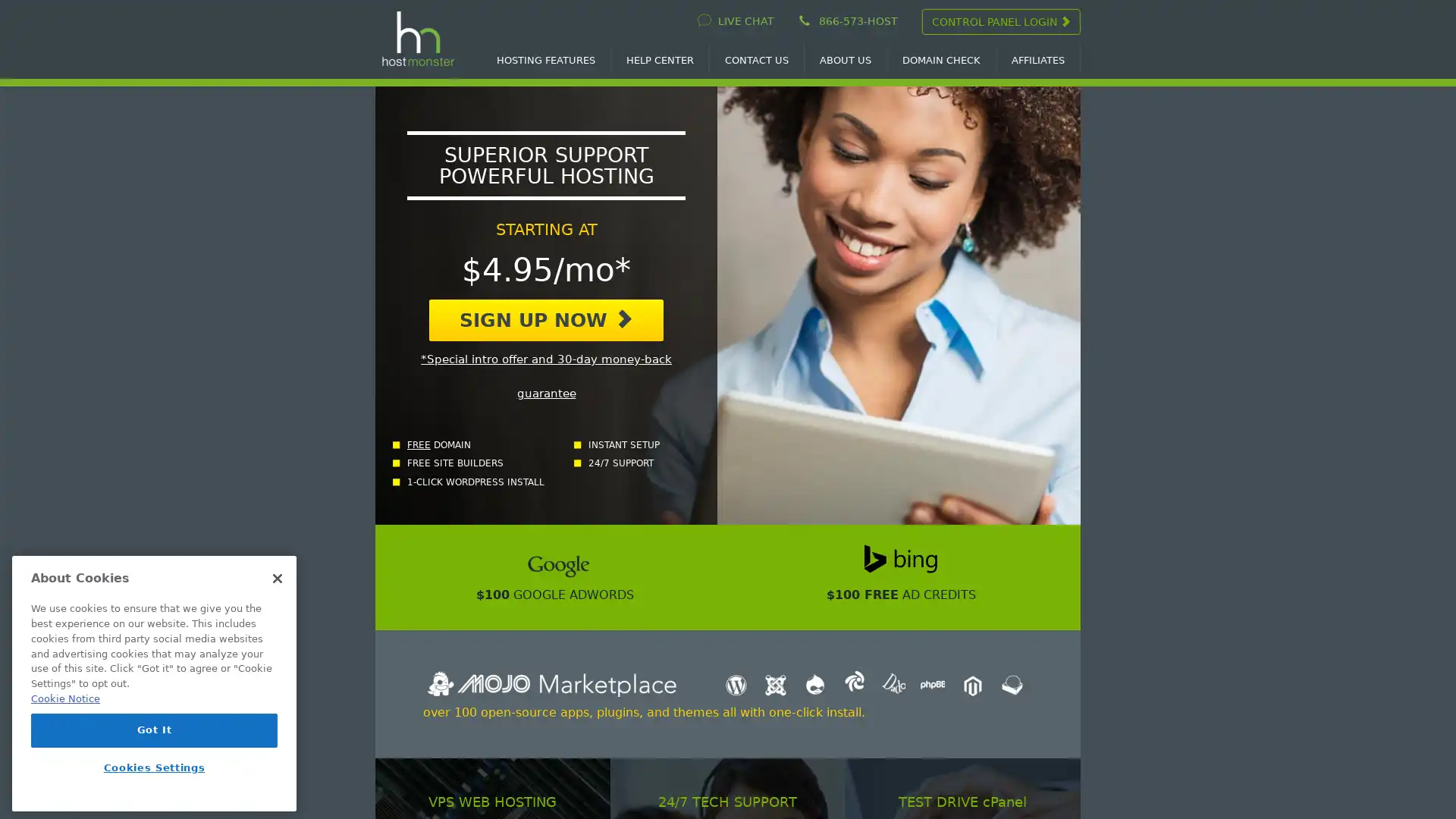 The width and height of the screenshot is (1456, 819). What do you see at coordinates (154, 730) in the screenshot?
I see `Got It` at bounding box center [154, 730].